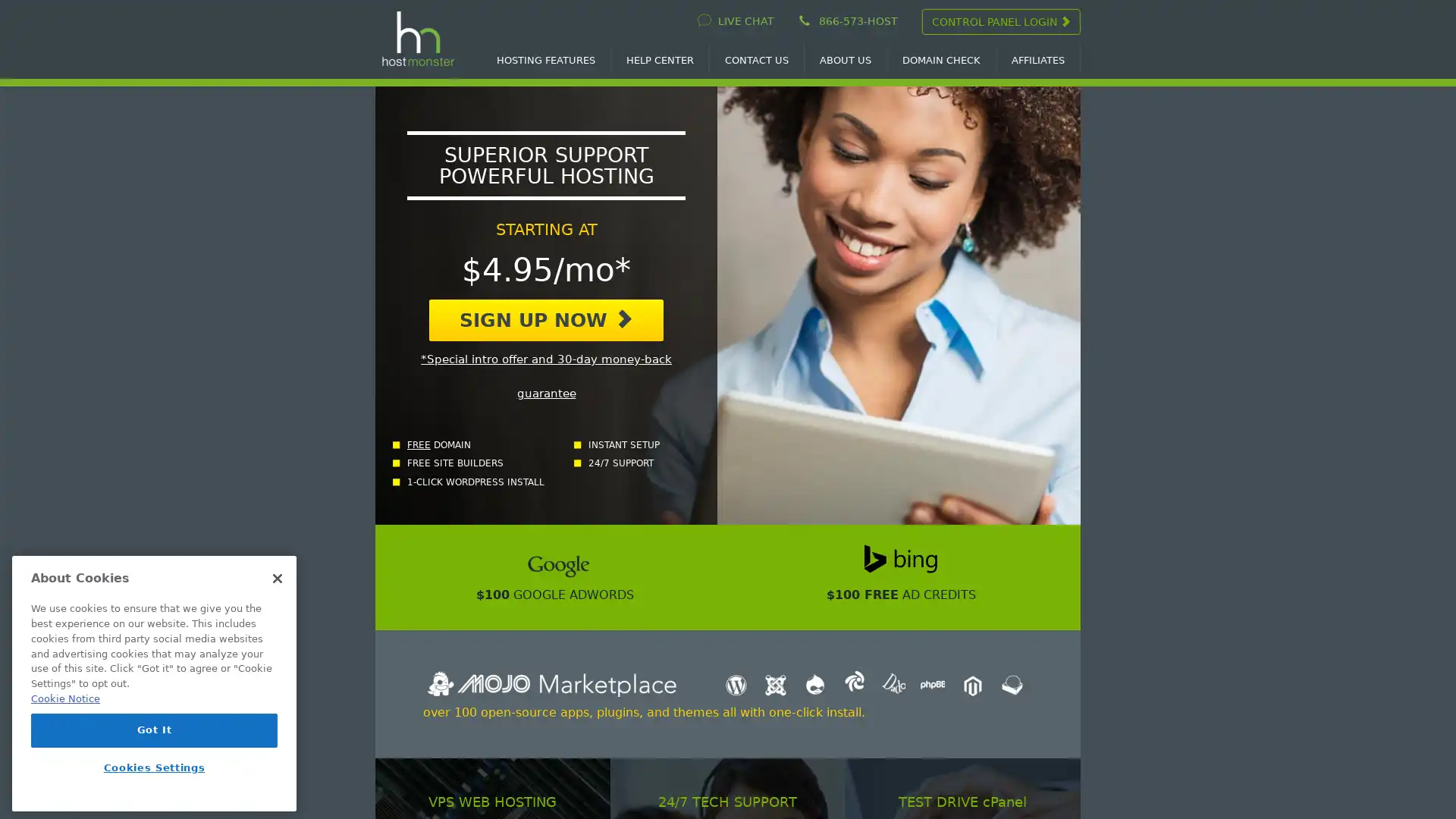 The width and height of the screenshot is (1456, 819). What do you see at coordinates (154, 730) in the screenshot?
I see `Got It` at bounding box center [154, 730].